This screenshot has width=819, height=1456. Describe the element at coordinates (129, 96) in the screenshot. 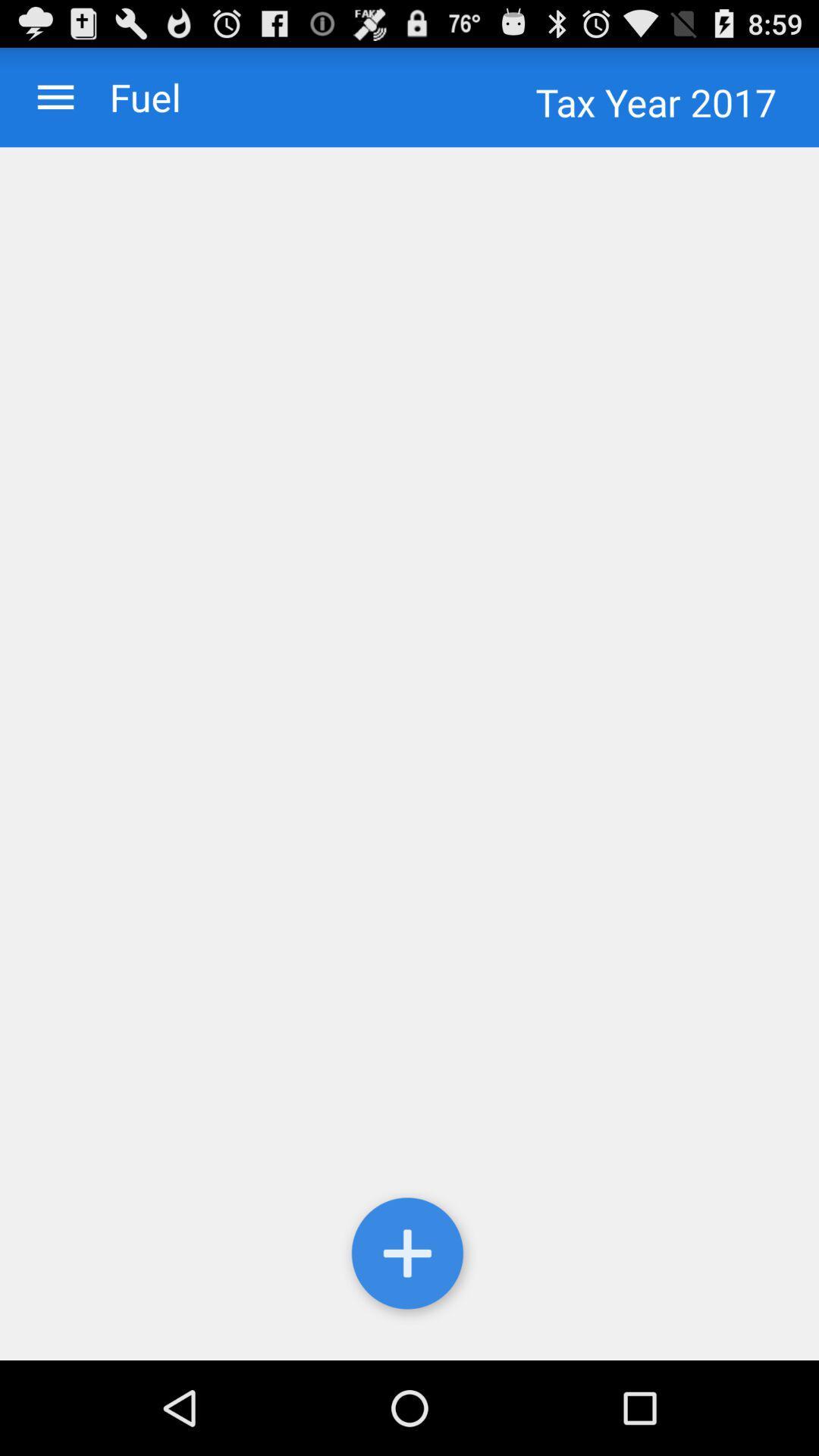

I see `fuel item` at that location.